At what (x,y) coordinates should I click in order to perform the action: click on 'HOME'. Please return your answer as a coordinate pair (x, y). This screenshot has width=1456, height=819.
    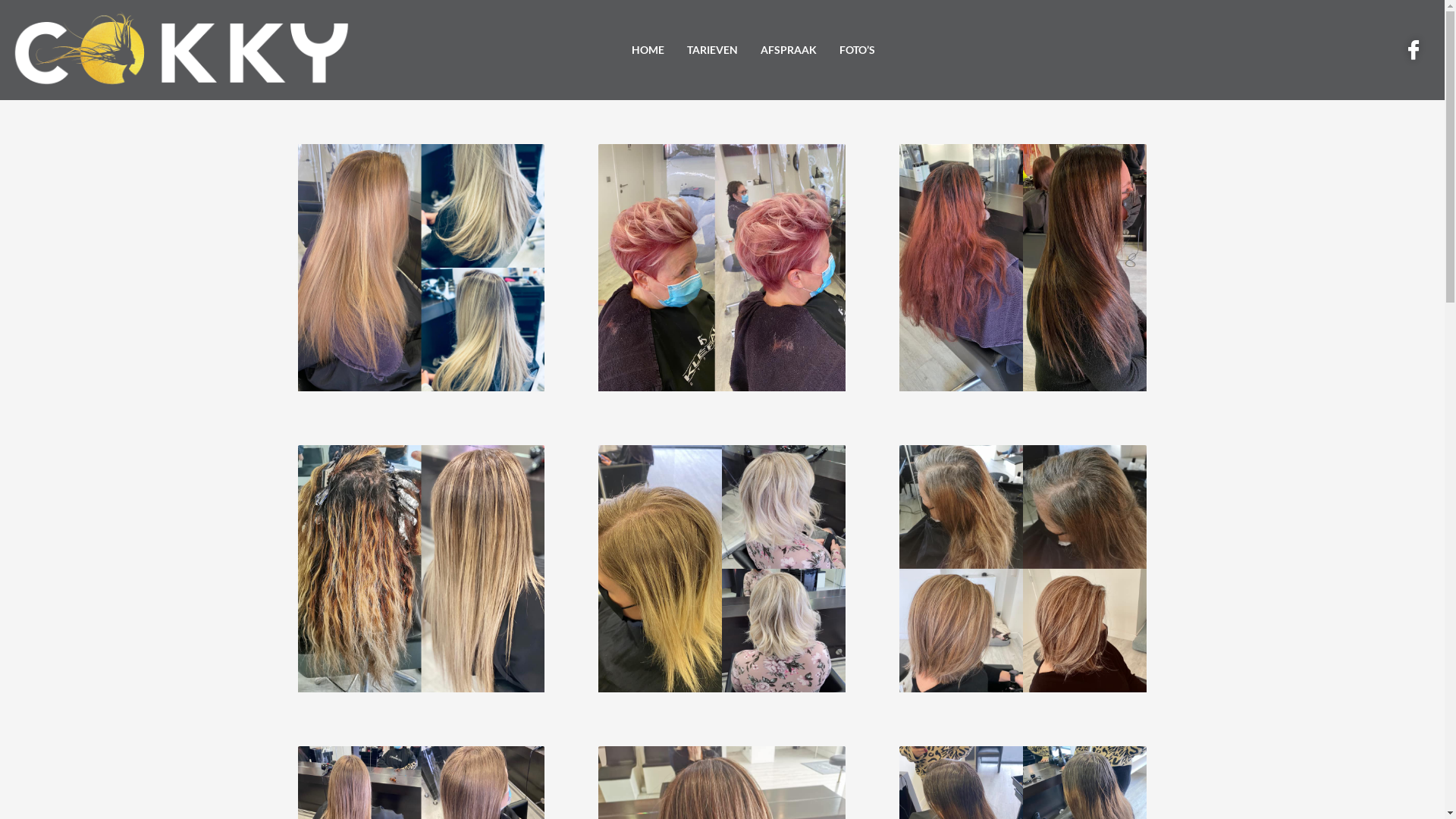
    Looking at the image, I should click on (648, 49).